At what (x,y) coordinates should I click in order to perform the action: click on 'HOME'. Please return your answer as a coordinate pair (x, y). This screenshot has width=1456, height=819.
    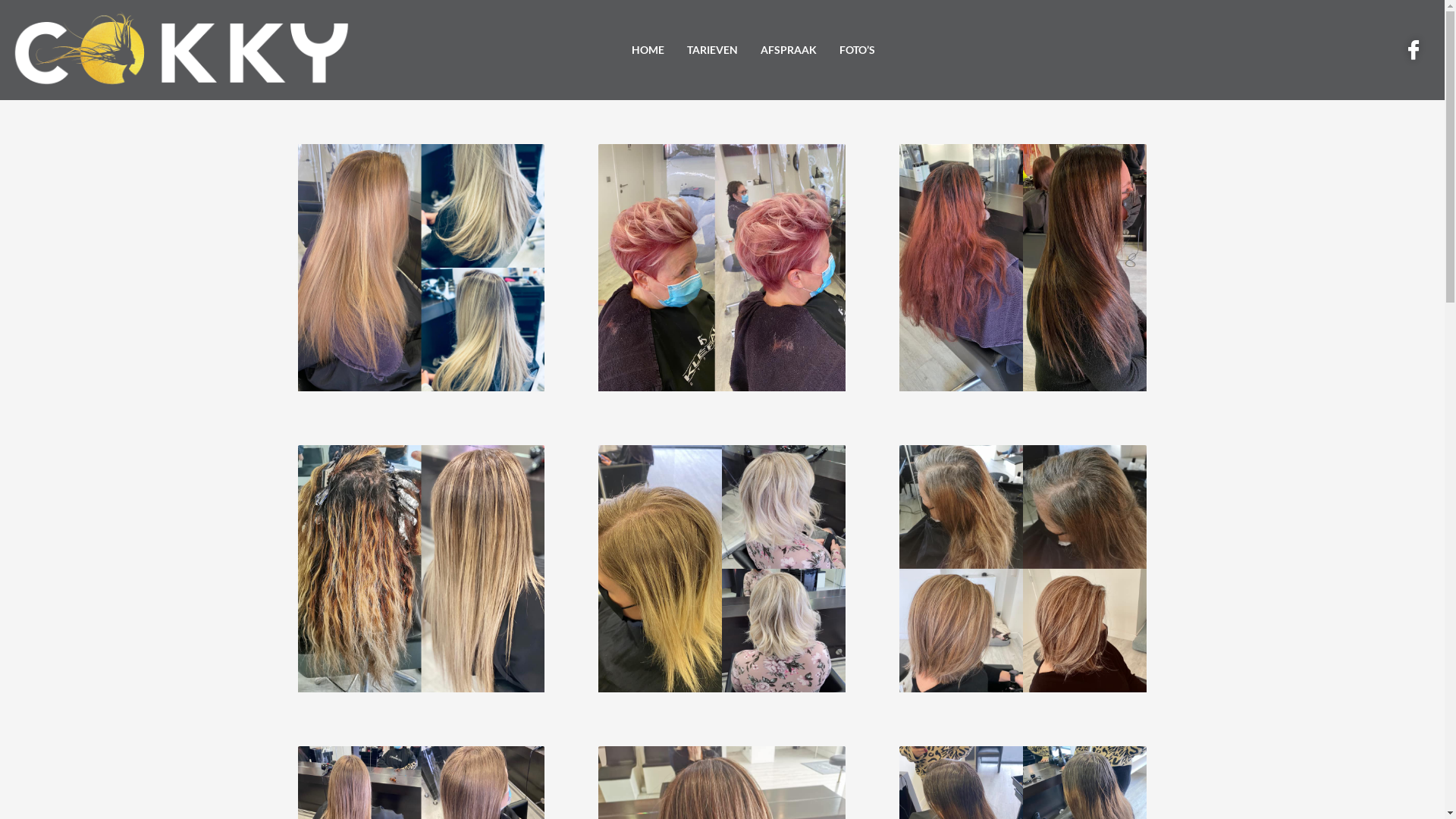
    Looking at the image, I should click on (648, 49).